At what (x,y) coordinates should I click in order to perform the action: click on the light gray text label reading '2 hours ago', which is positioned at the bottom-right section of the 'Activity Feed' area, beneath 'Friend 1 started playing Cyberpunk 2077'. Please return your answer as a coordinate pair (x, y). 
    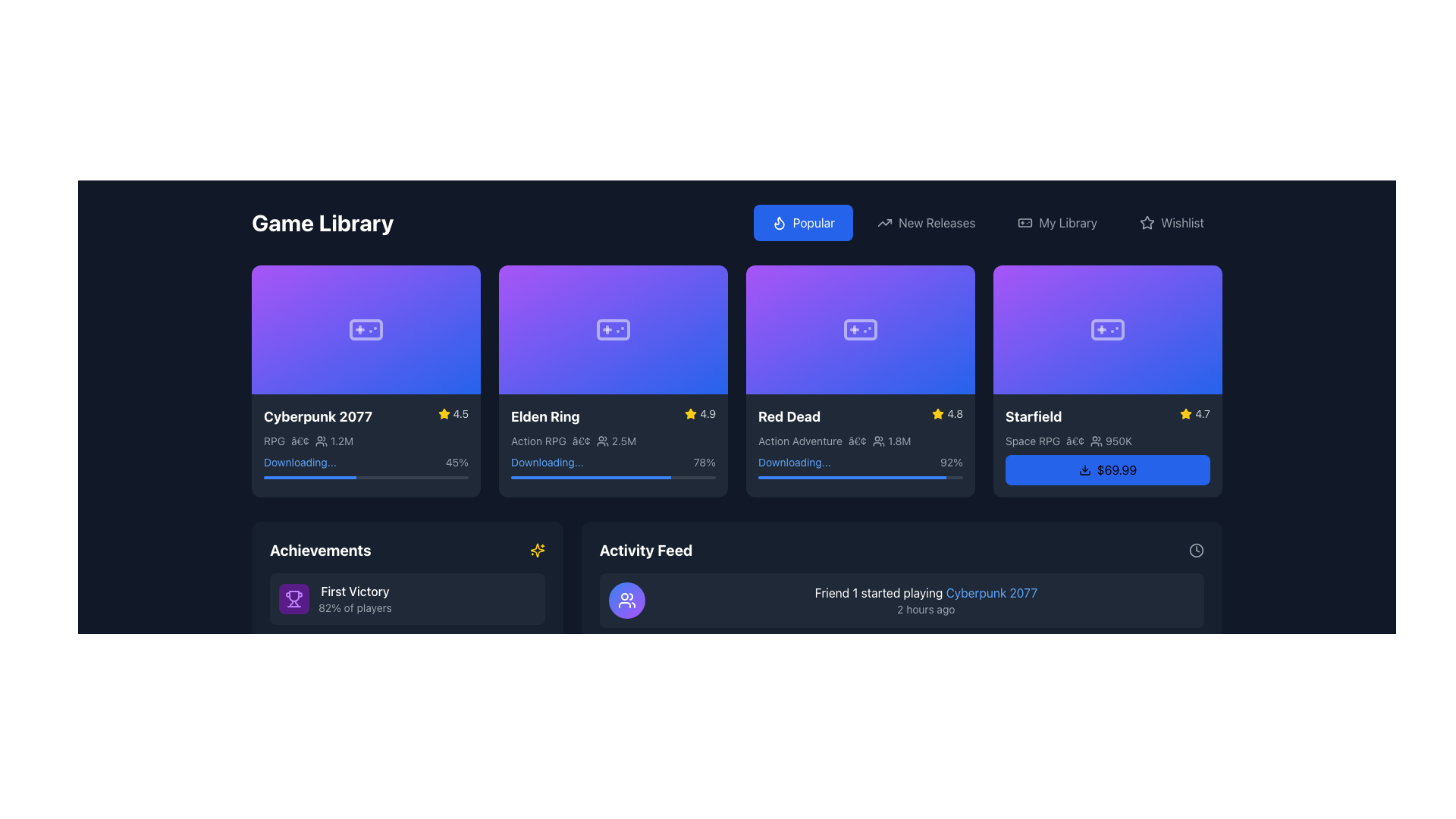
    Looking at the image, I should click on (925, 608).